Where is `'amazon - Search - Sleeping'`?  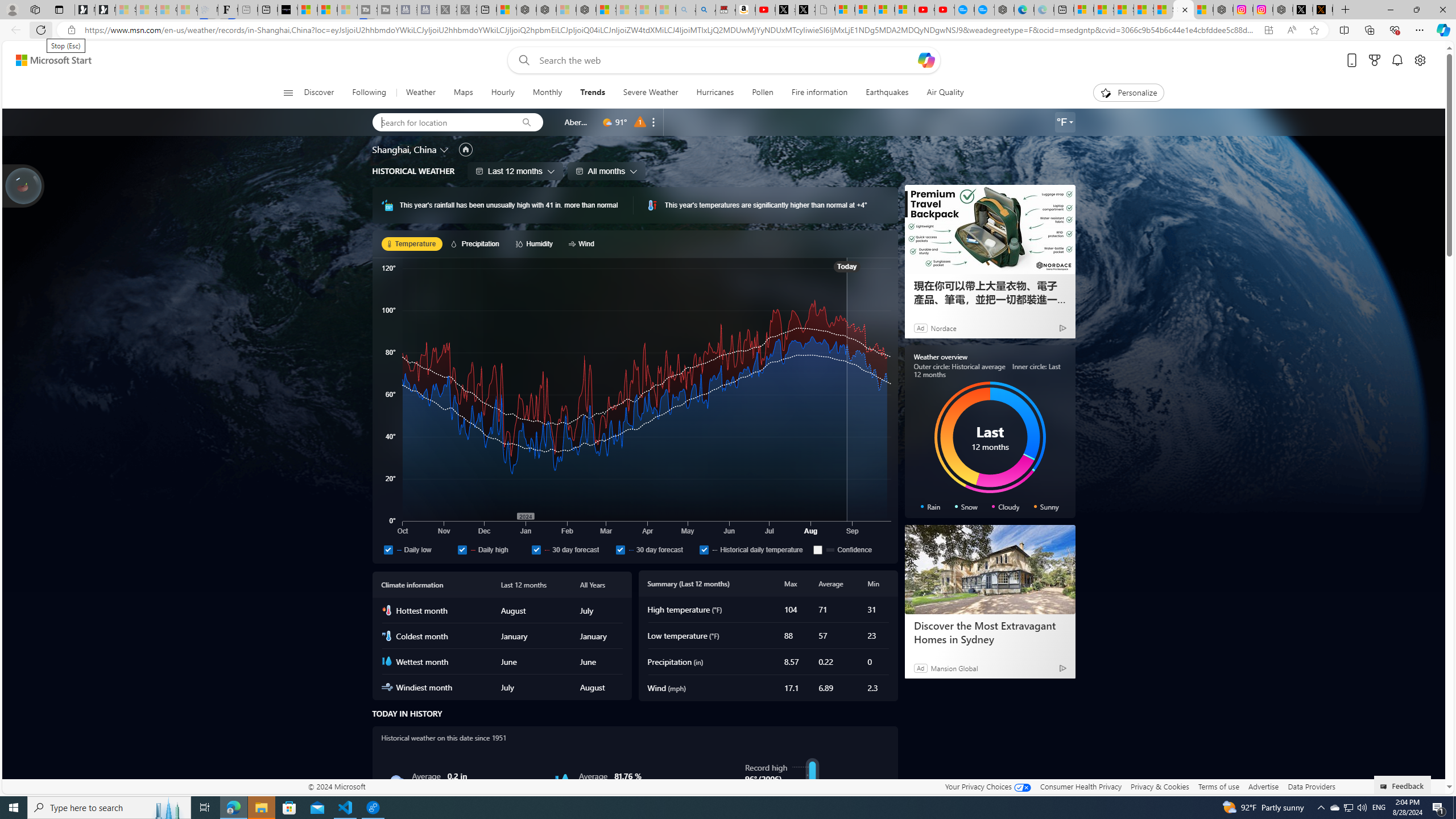
'amazon - Search - Sleeping' is located at coordinates (685, 9).